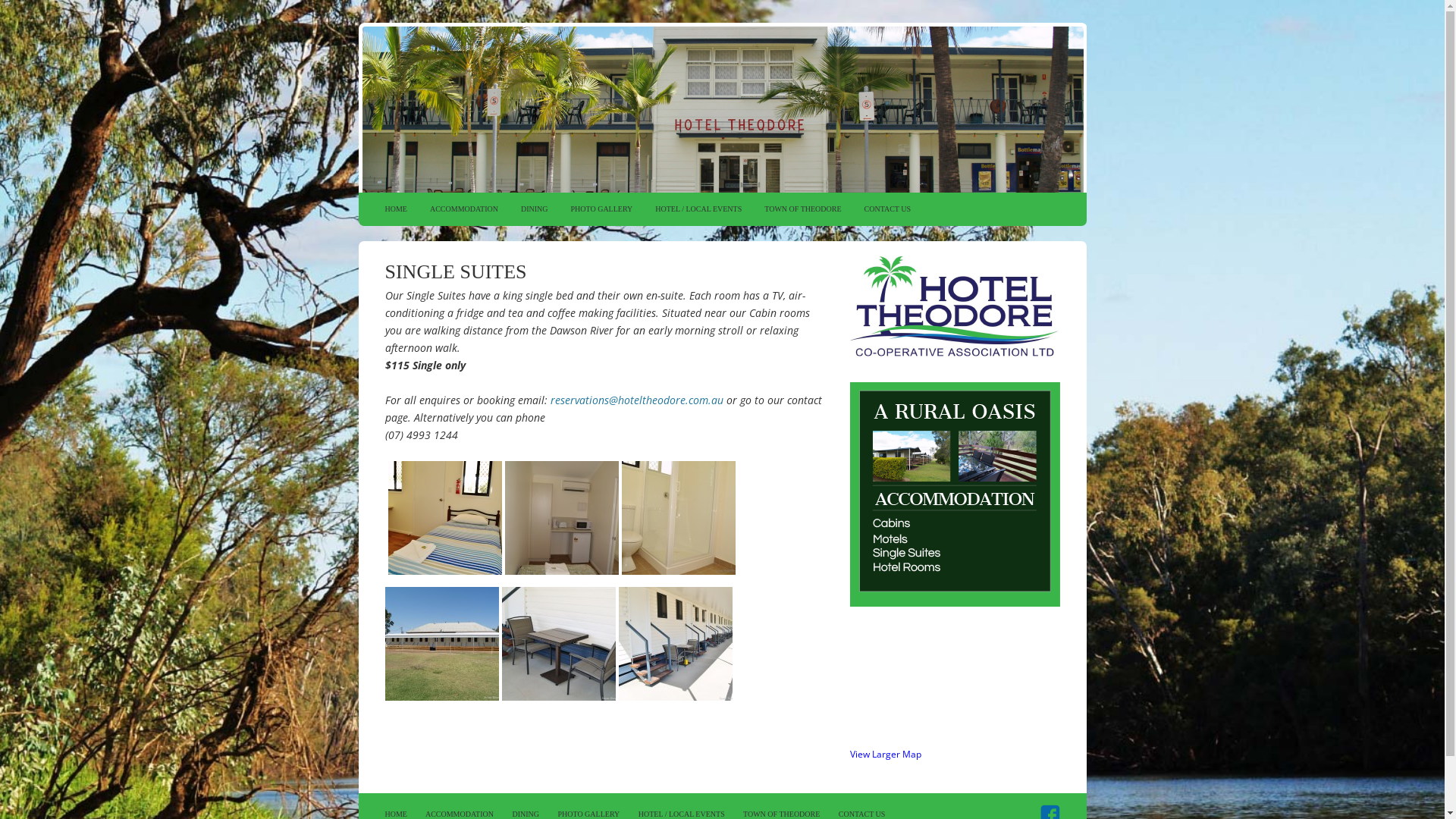 The height and width of the screenshot is (819, 1456). What do you see at coordinates (525, 813) in the screenshot?
I see `'DINING'` at bounding box center [525, 813].